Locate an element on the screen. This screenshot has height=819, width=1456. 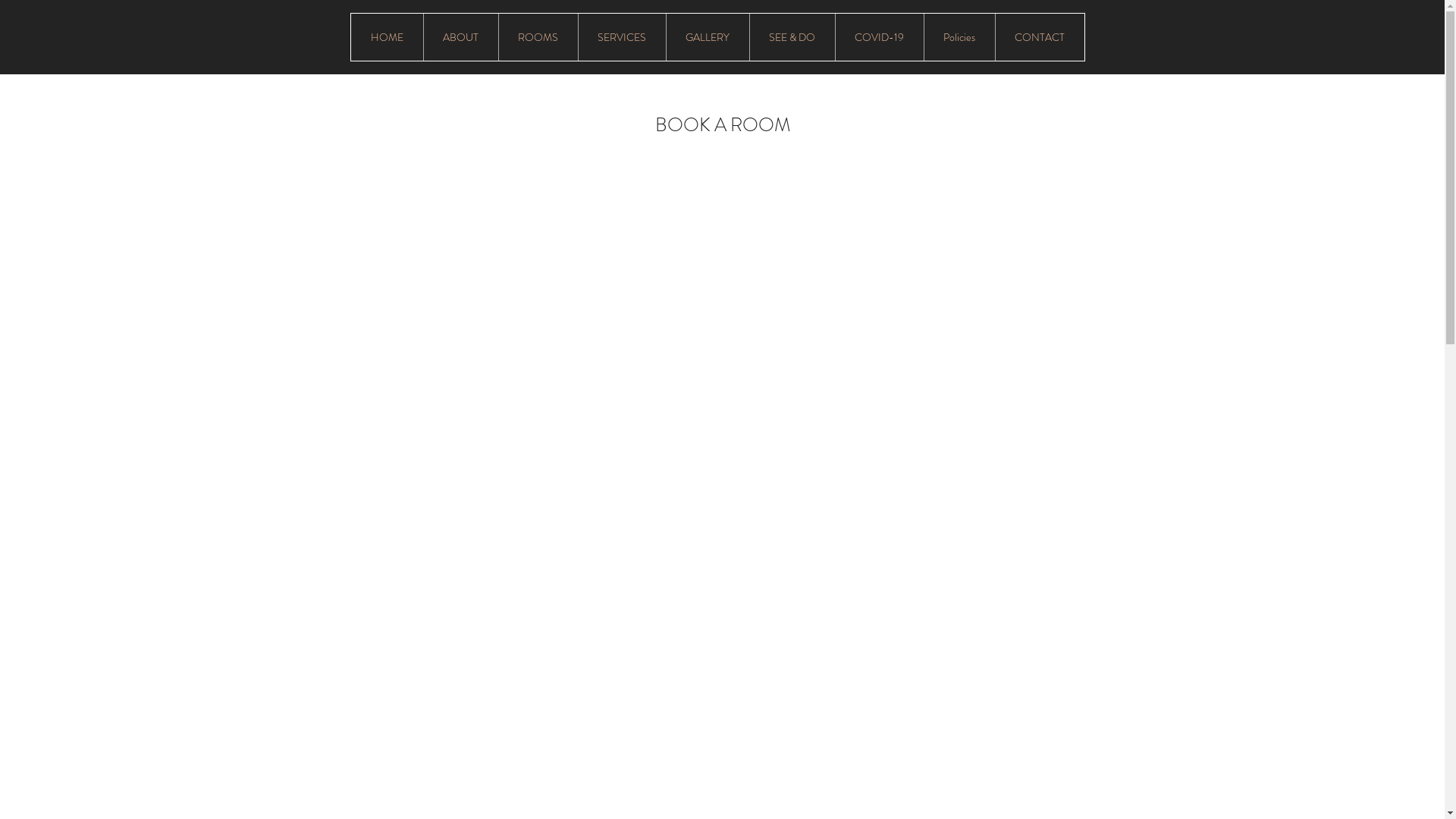
'COVID-19' is located at coordinates (878, 36).